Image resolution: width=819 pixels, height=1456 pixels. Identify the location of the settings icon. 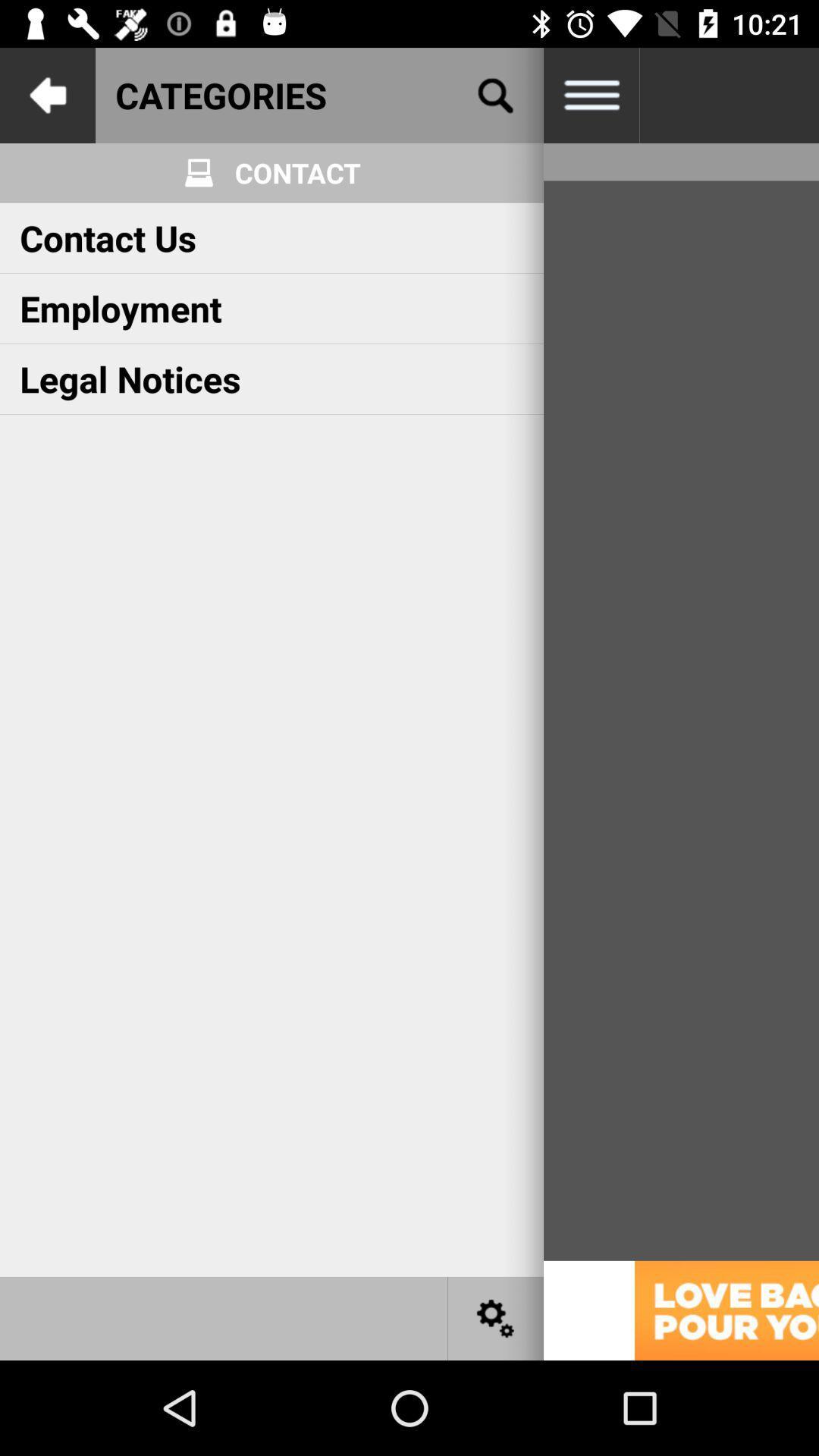
(496, 1317).